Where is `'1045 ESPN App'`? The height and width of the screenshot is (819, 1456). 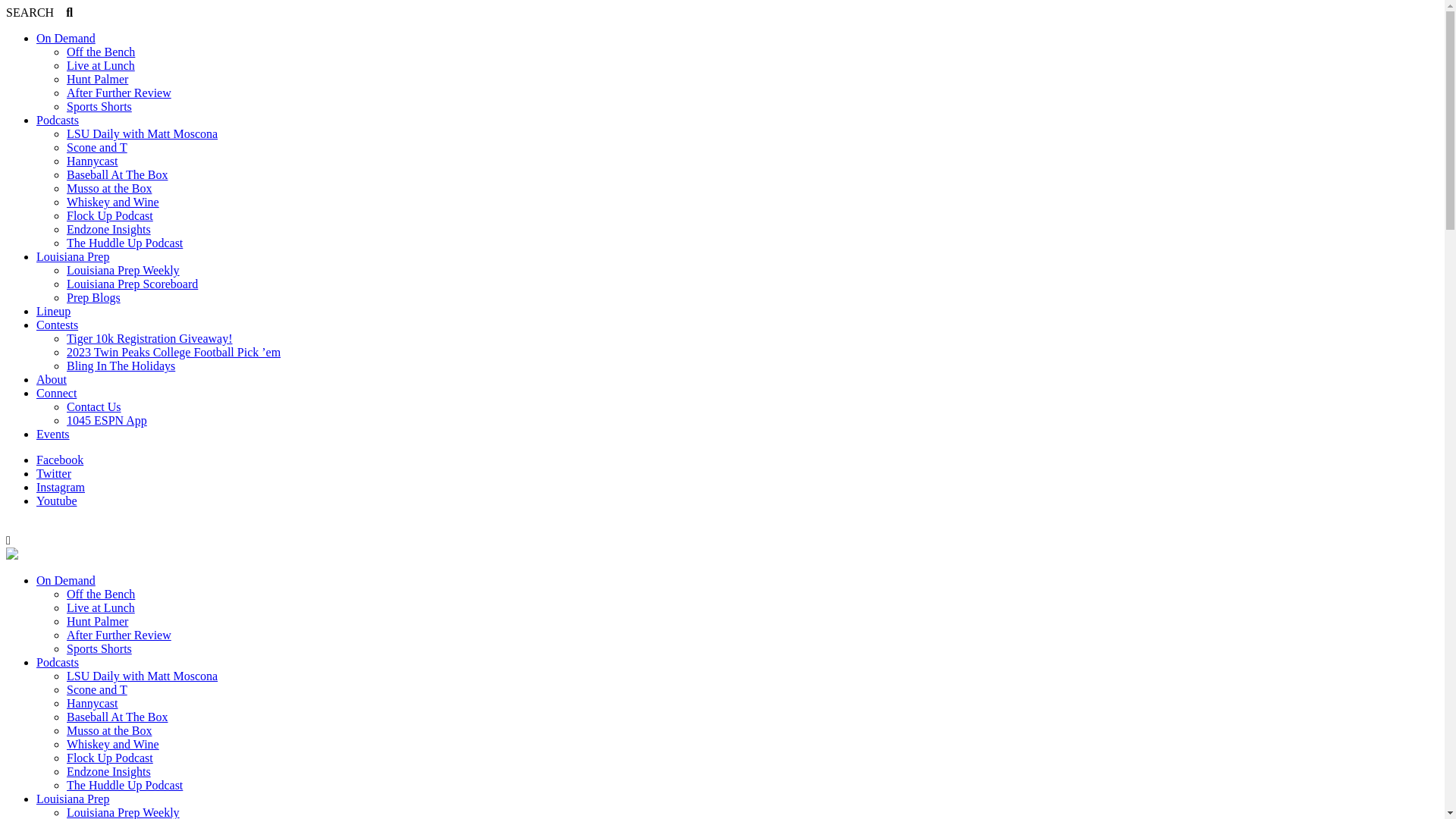
'1045 ESPN App' is located at coordinates (105, 420).